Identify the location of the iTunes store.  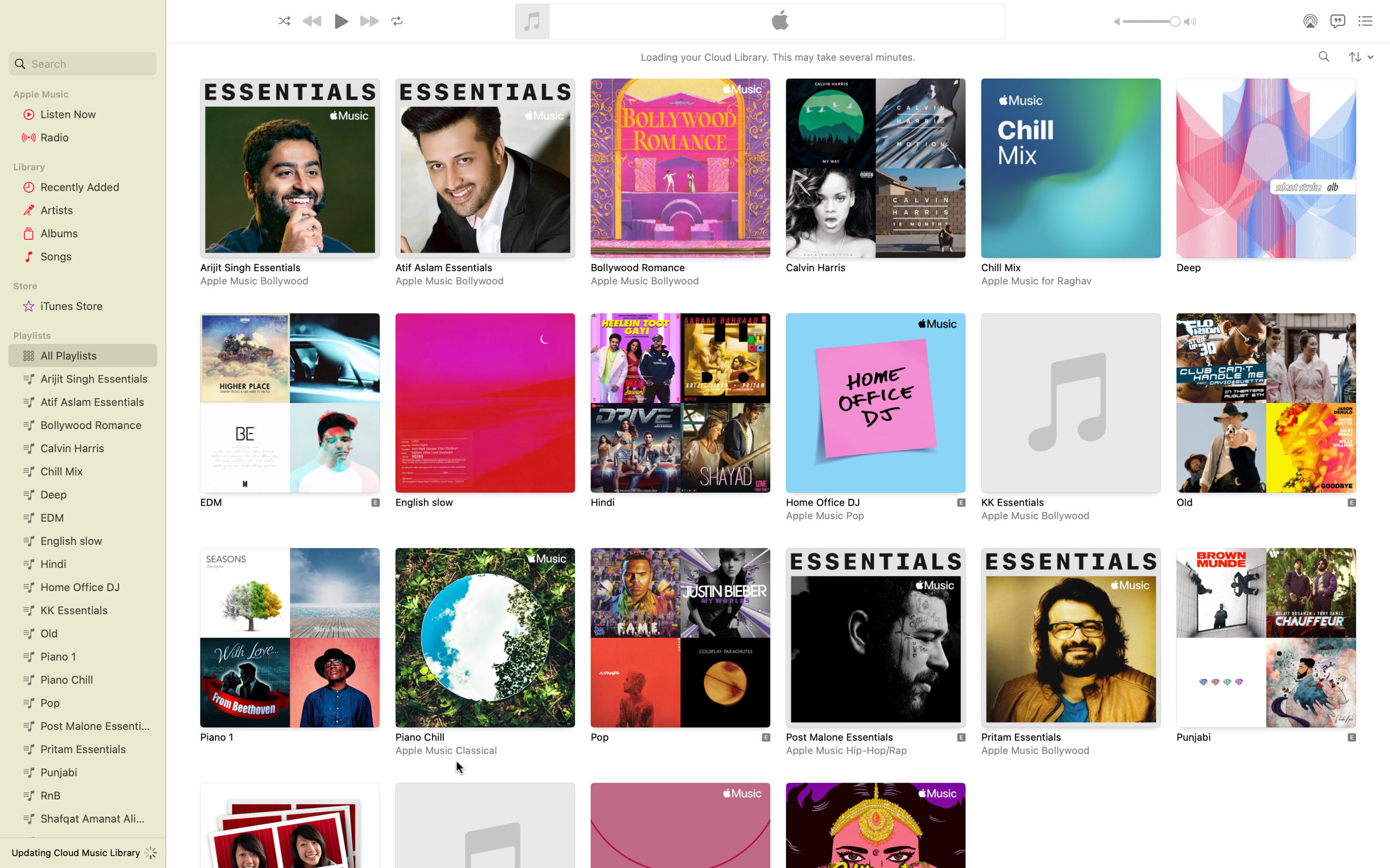
(80, 307).